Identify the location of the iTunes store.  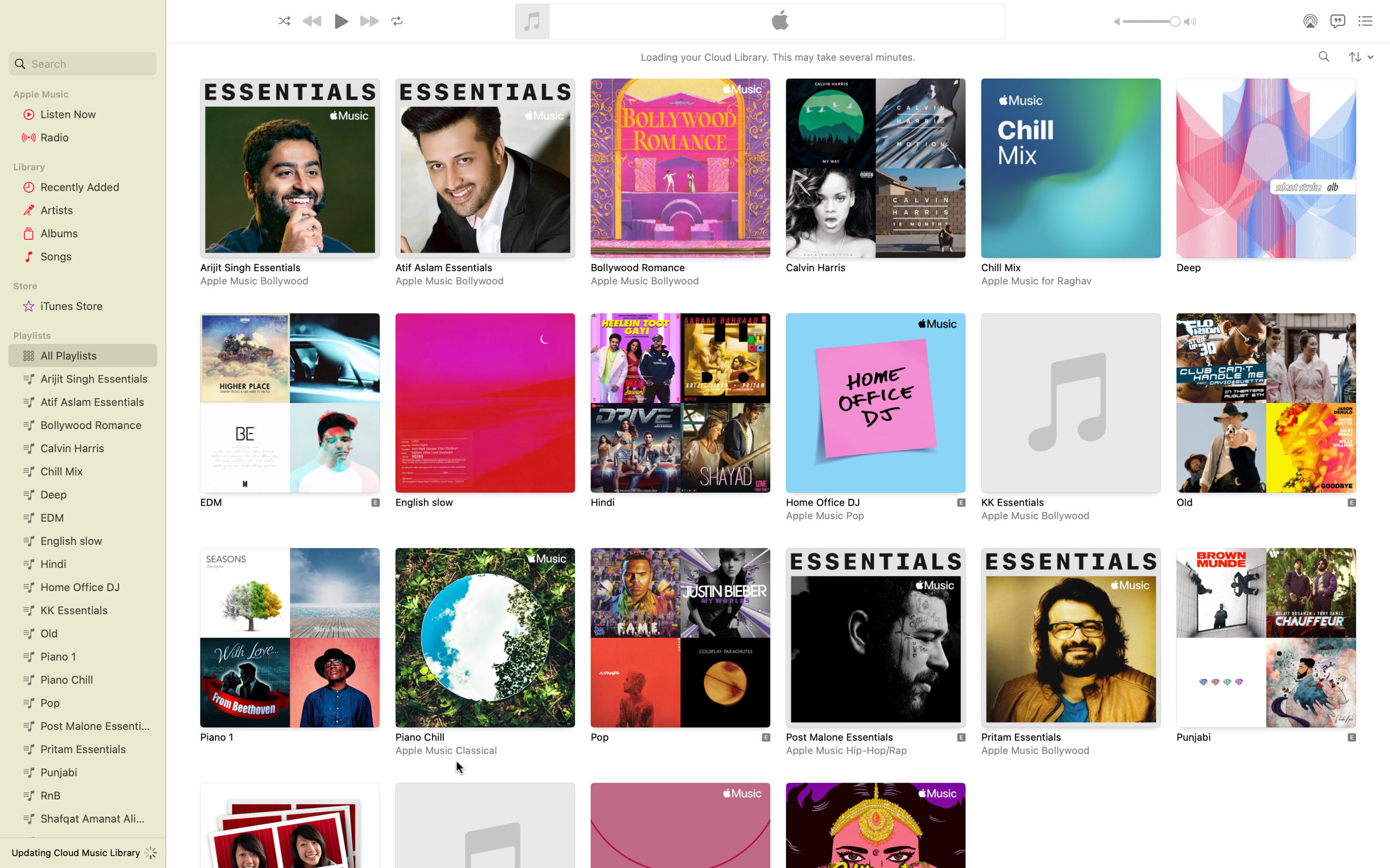
(80, 307).